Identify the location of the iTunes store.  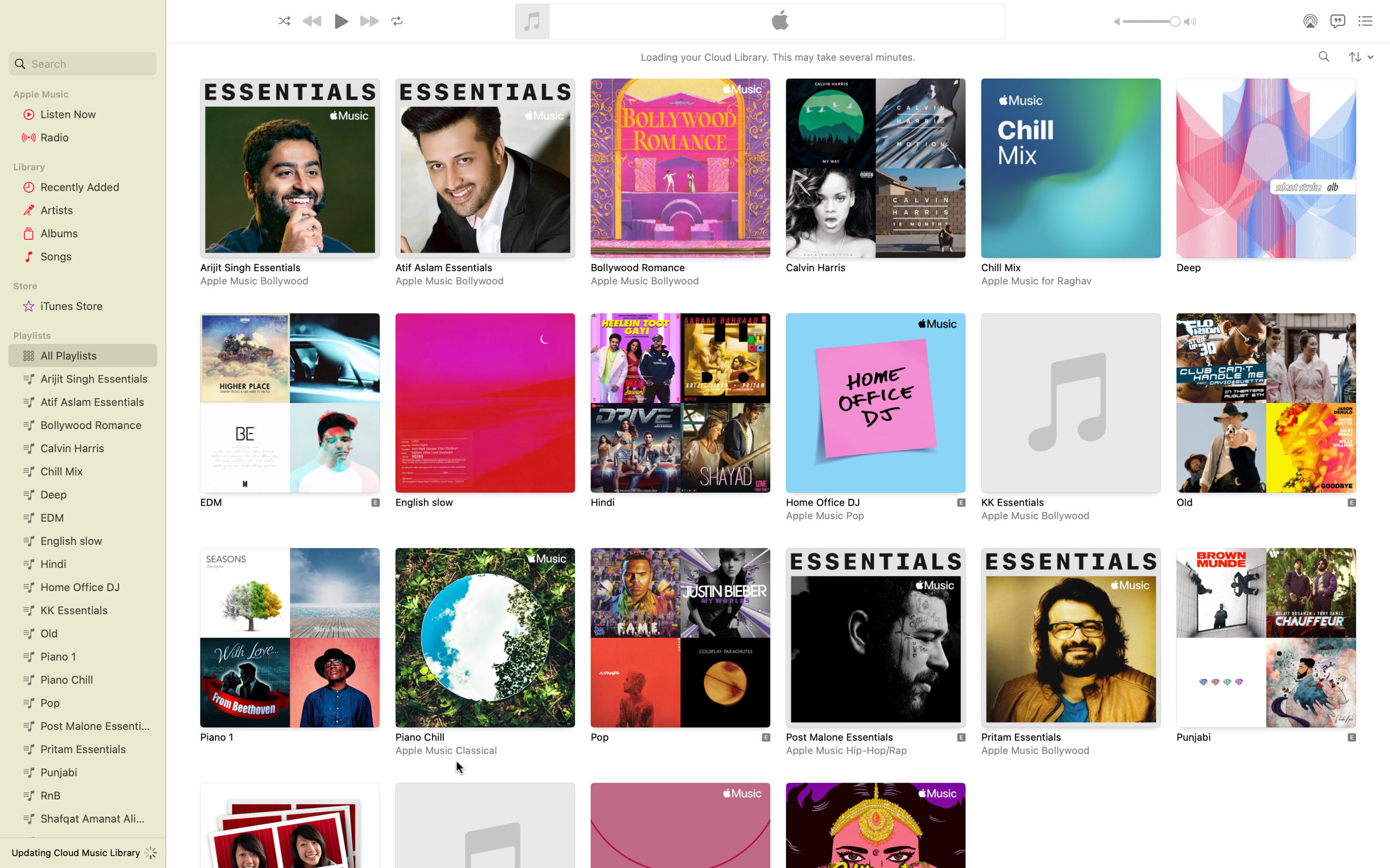
(80, 307).